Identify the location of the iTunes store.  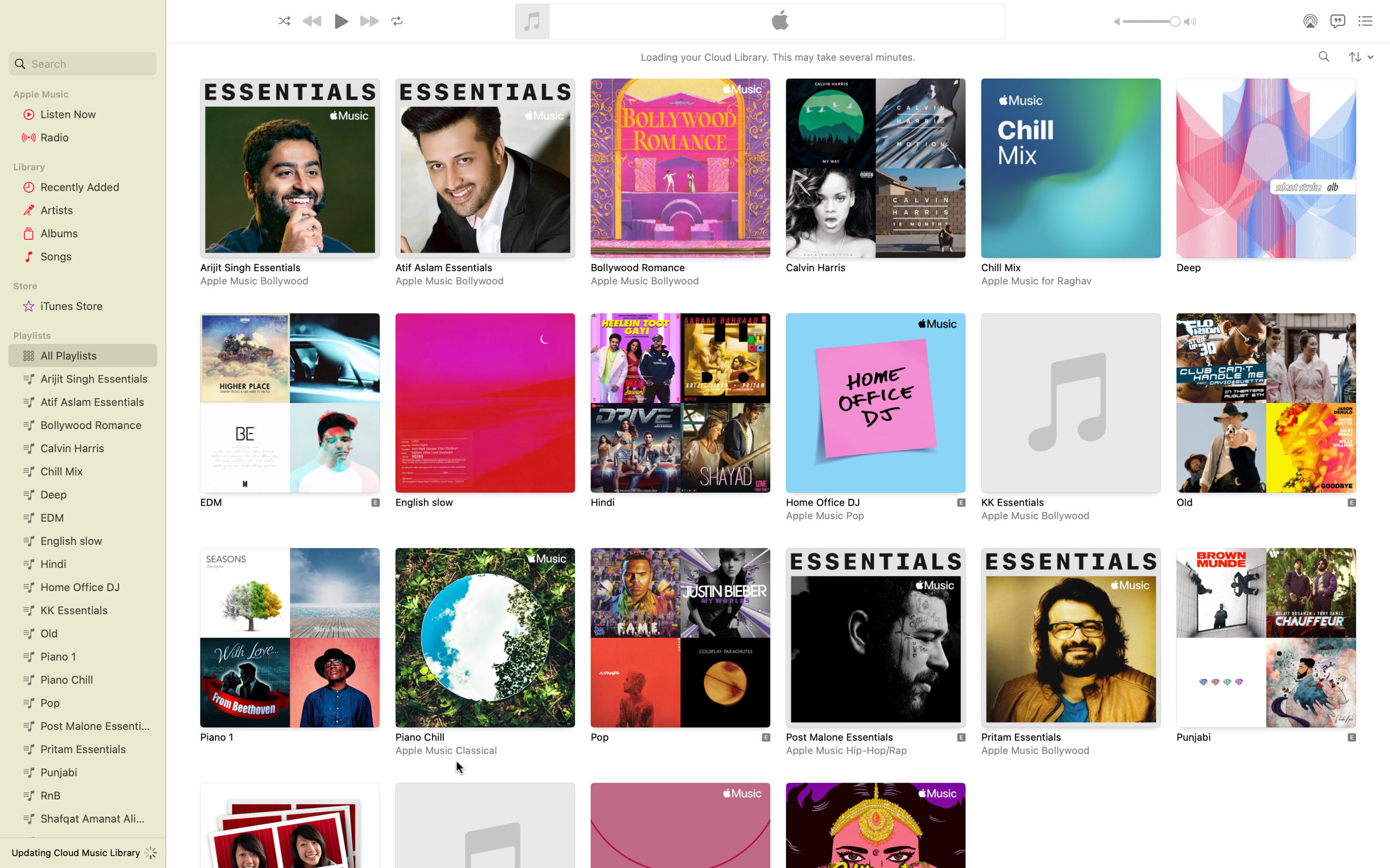
(80, 307).